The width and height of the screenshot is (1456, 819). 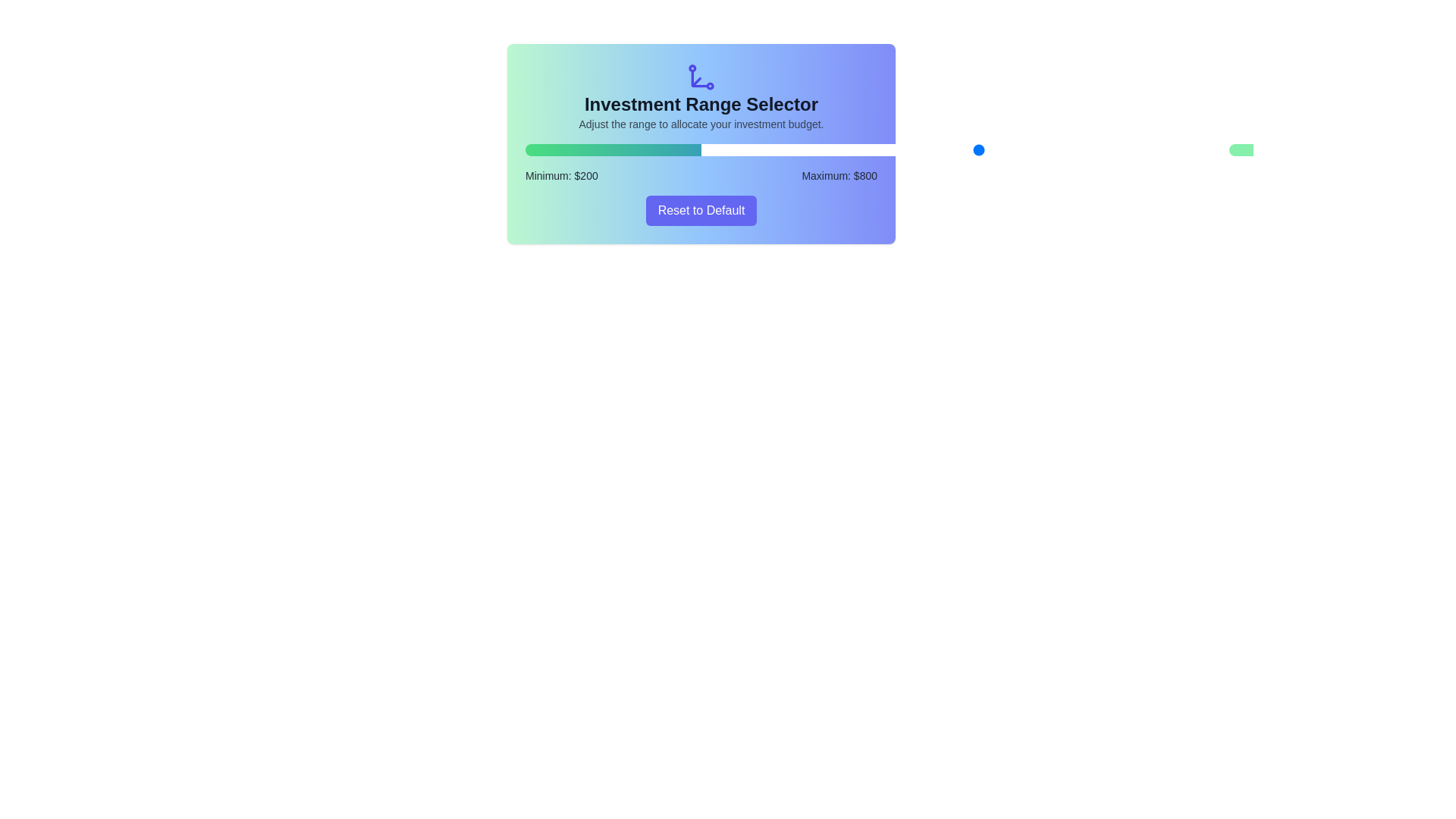 What do you see at coordinates (962, 149) in the screenshot?
I see `the maximum investment range to 645 by dragging the right slider` at bounding box center [962, 149].